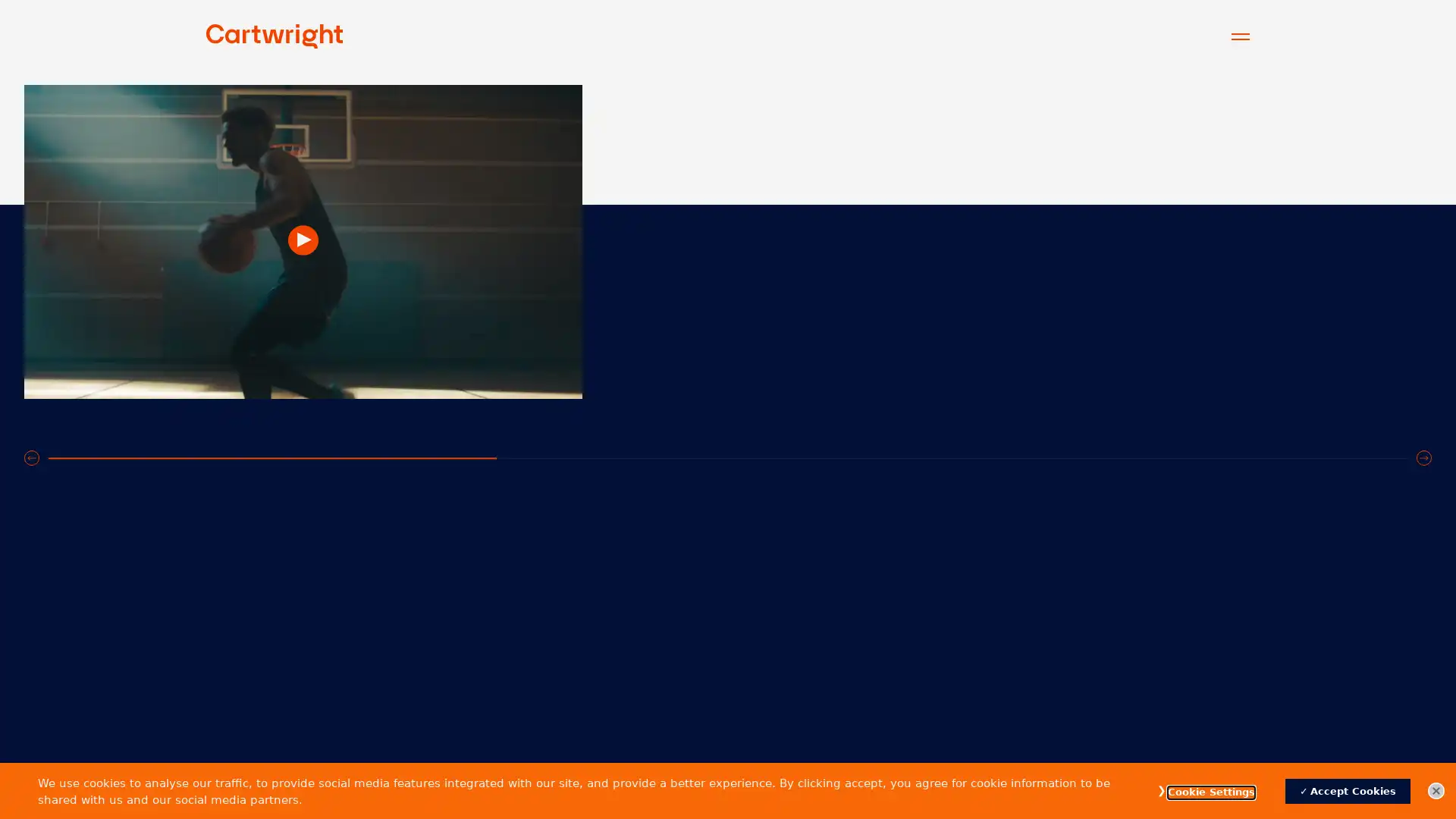 Image resolution: width=1456 pixels, height=819 pixels. What do you see at coordinates (32, 730) in the screenshot?
I see `Previous slides` at bounding box center [32, 730].